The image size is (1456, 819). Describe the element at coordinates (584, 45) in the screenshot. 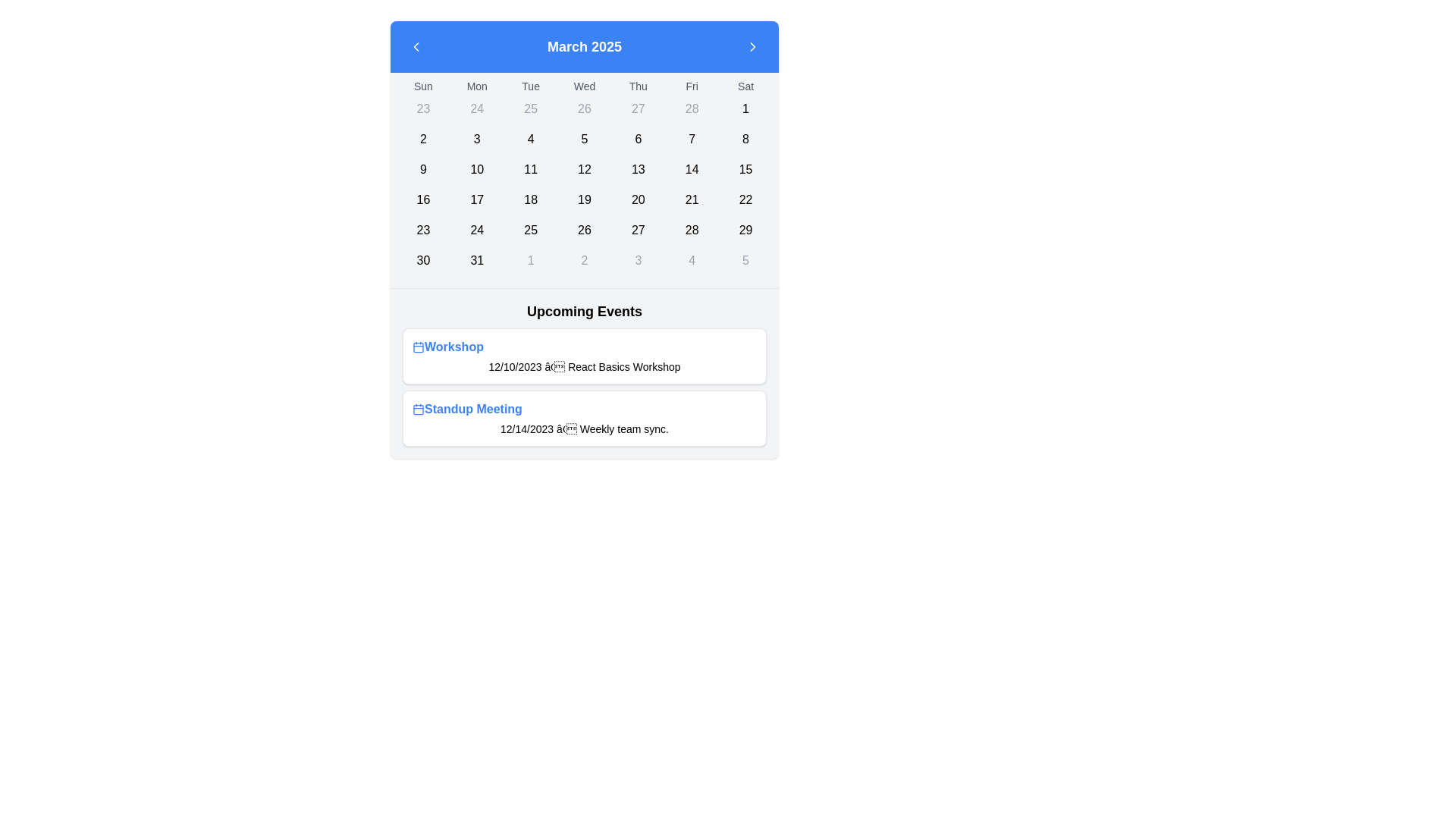

I see `the static text label indicating the current month and year in the calendar view, located centrally in the header area of the blue section` at that location.